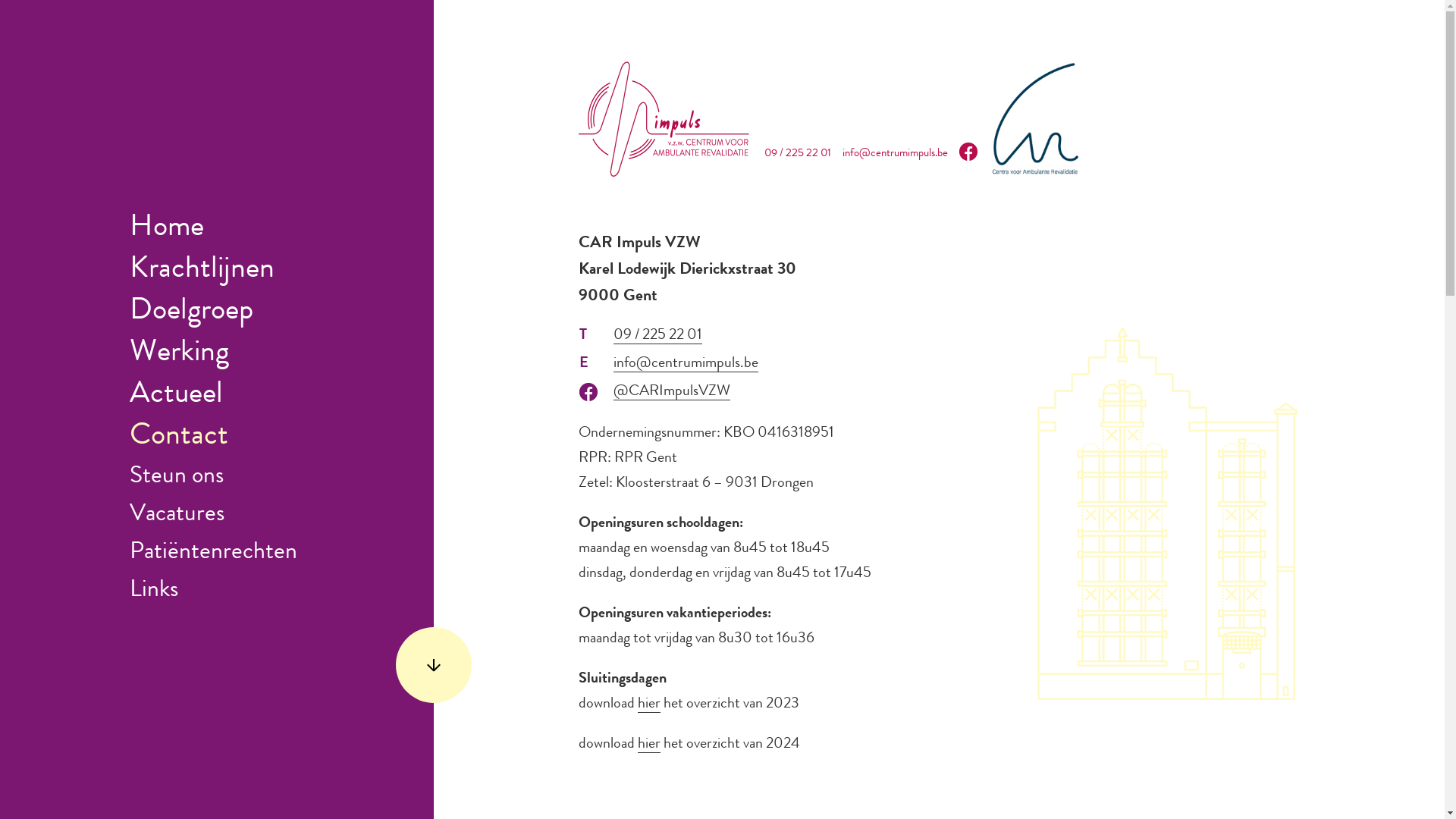 The height and width of the screenshot is (819, 1456). Describe the element at coordinates (637, 704) in the screenshot. I see `'hier'` at that location.